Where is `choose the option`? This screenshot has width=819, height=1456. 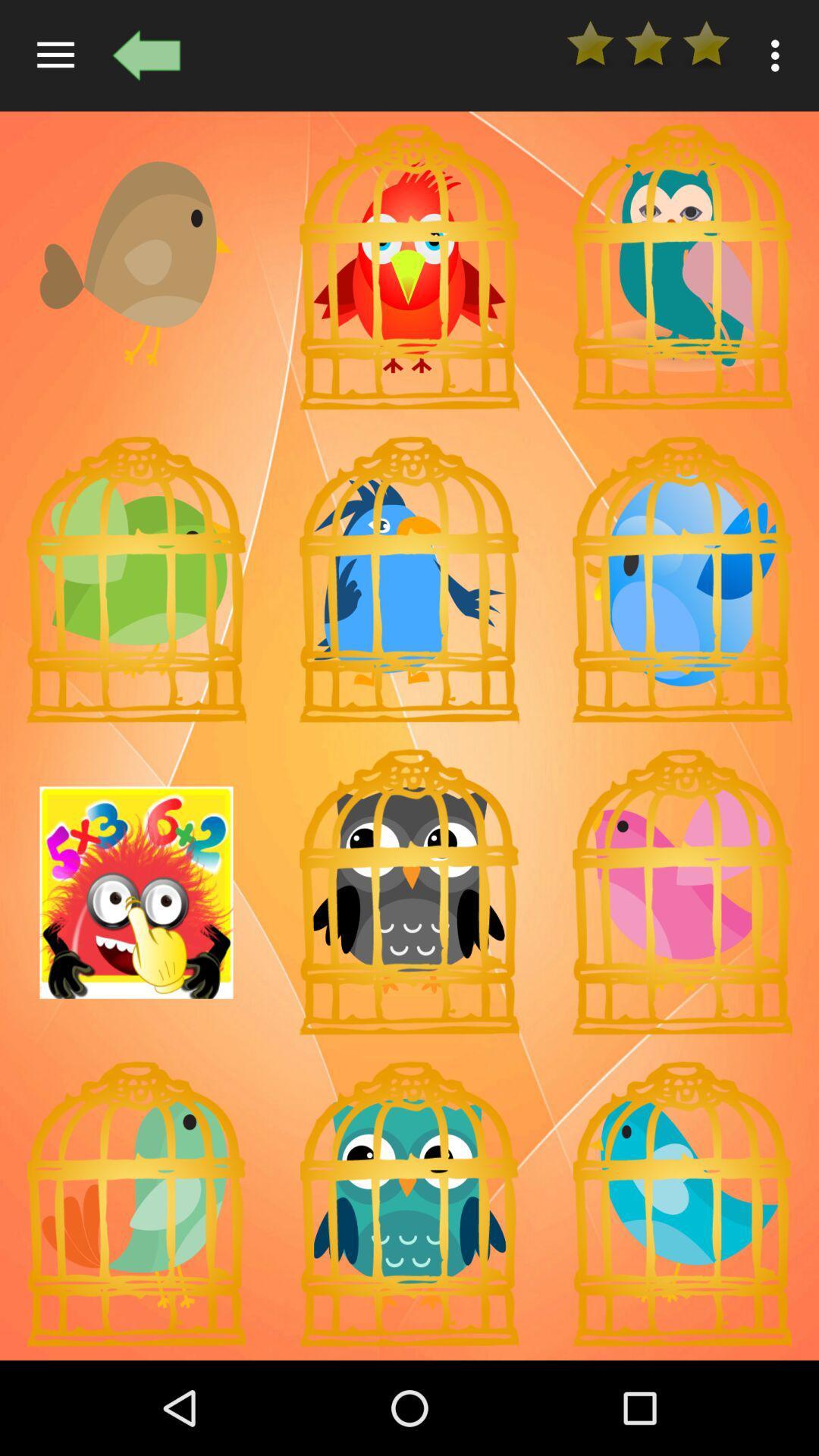 choose the option is located at coordinates (681, 267).